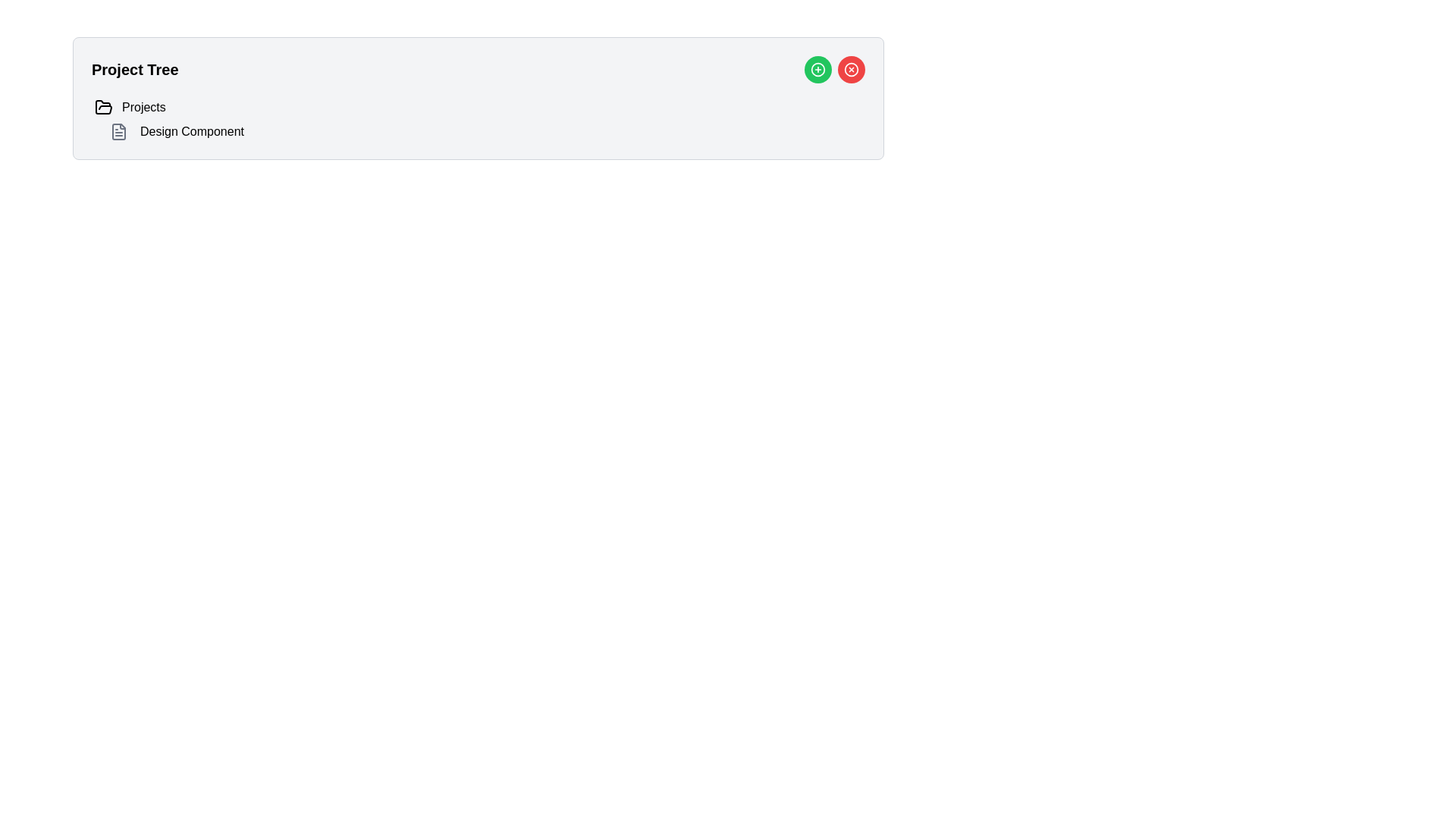  Describe the element at coordinates (118, 130) in the screenshot. I see `the document icon styled with a gray tone` at that location.